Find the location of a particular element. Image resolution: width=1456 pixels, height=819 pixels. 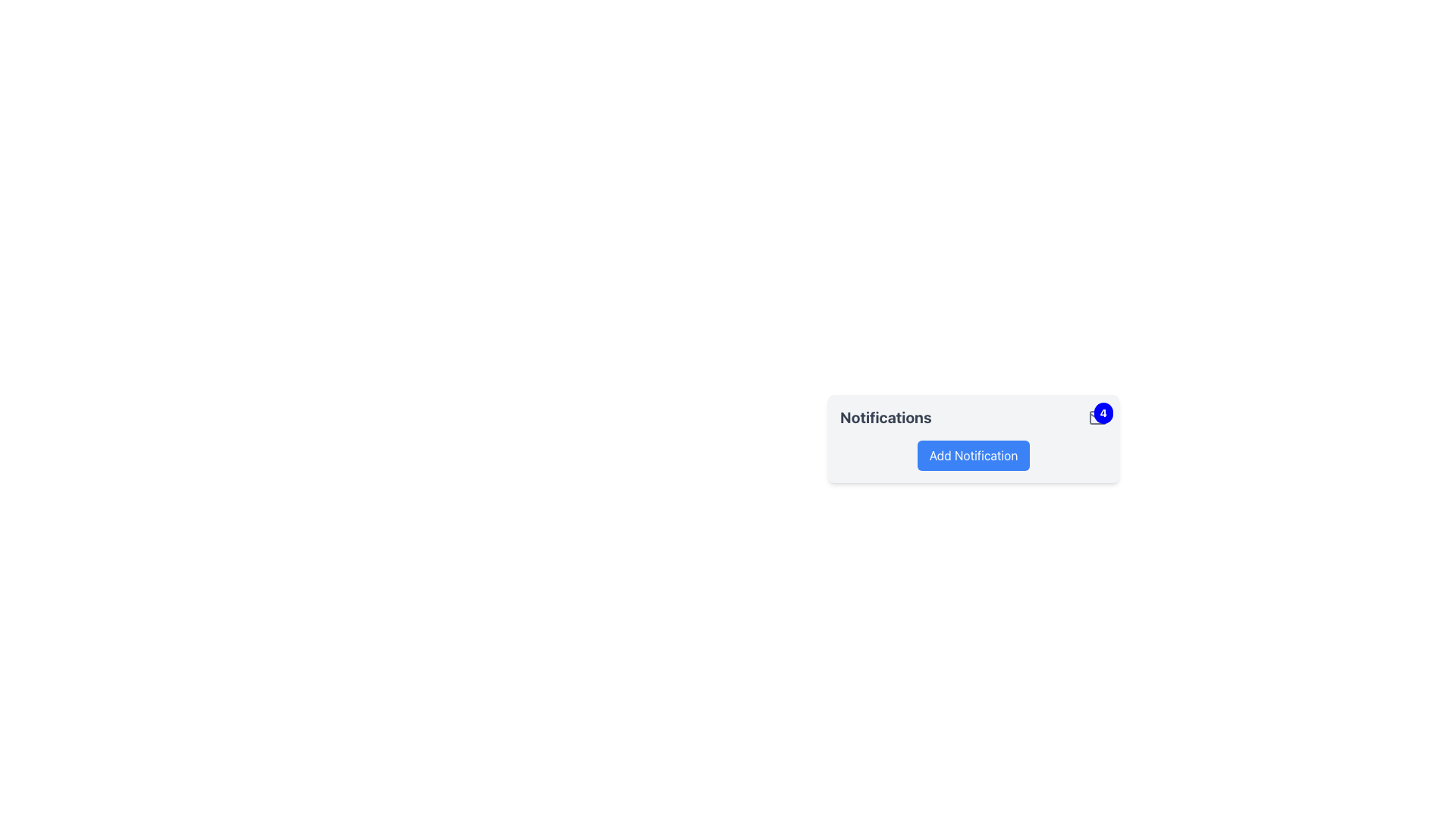

the circular badge with a blue background displaying the number '4' at the top-right corner of the Notifications section, next to the email icon is located at coordinates (1103, 413).